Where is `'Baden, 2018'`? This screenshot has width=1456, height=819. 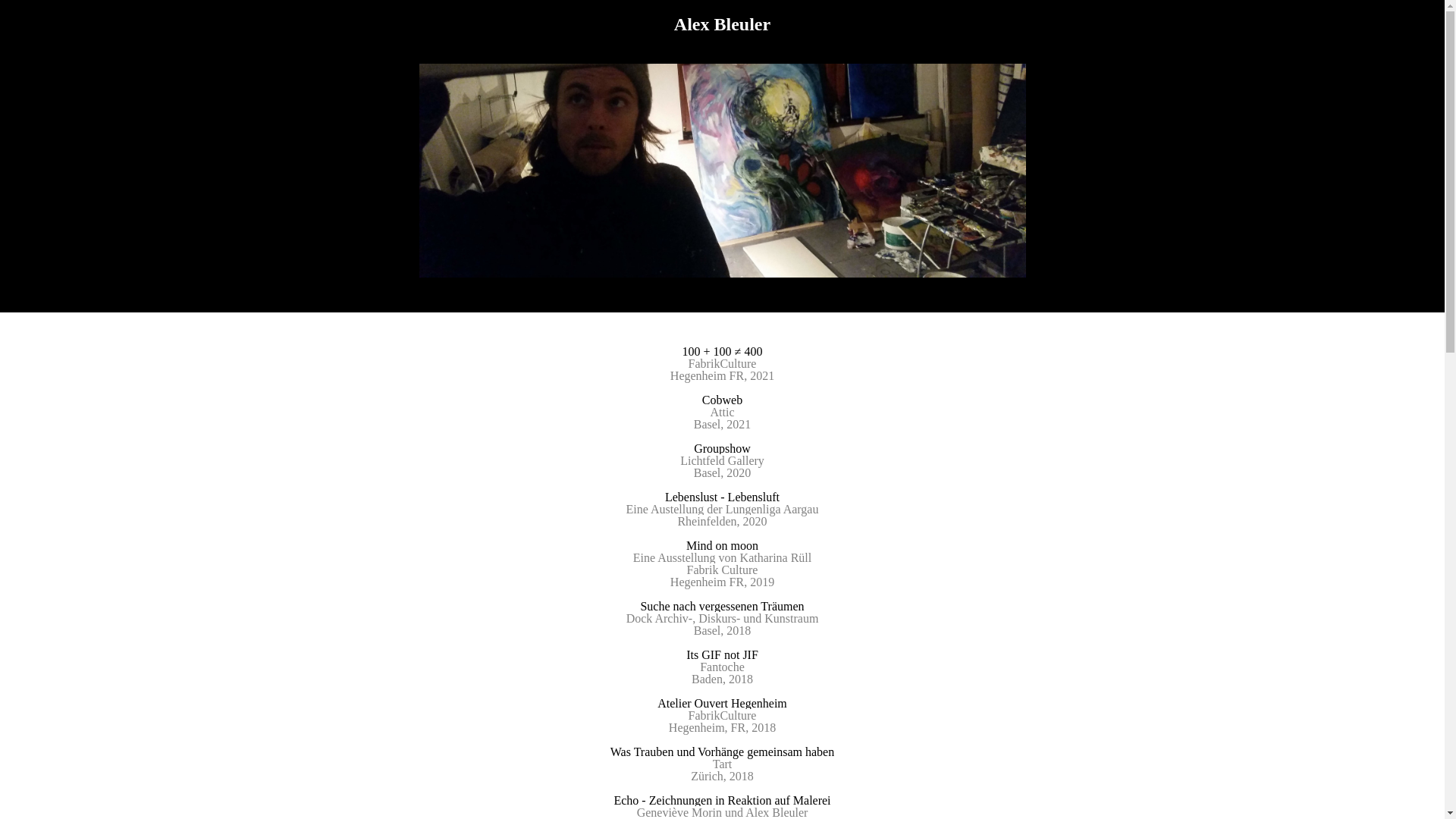 'Baden, 2018' is located at coordinates (721, 678).